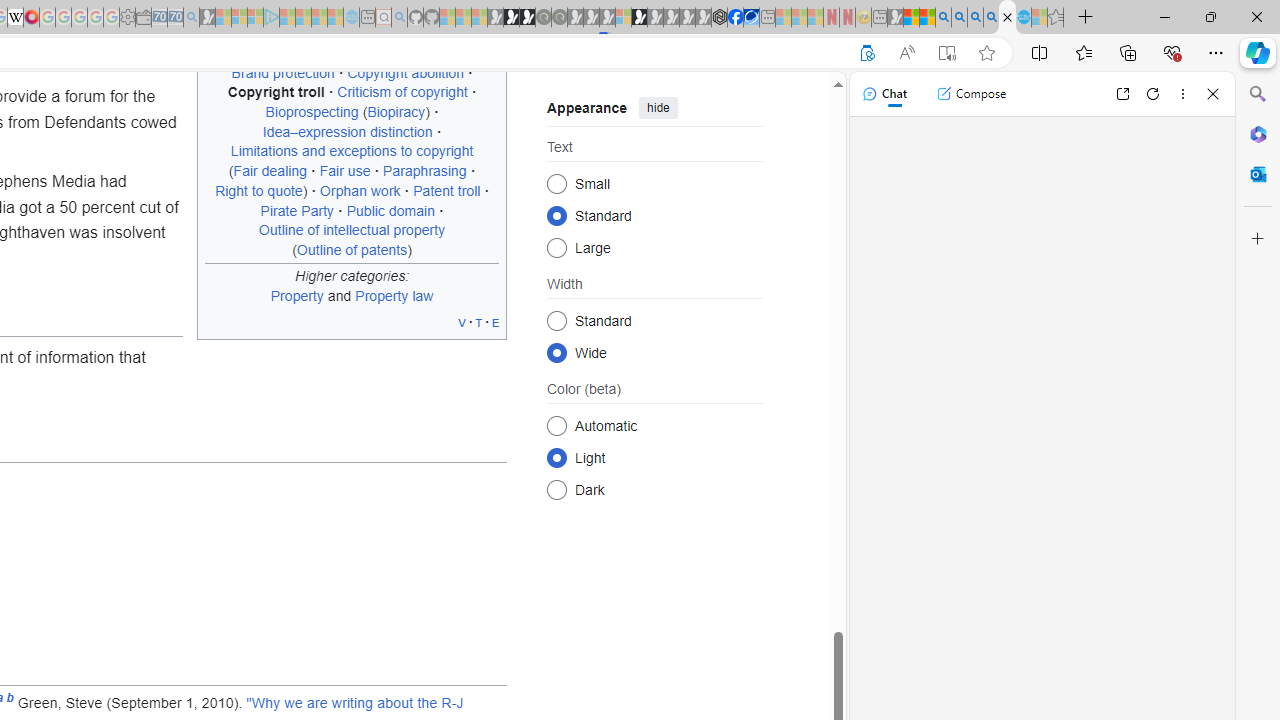 This screenshot has width=1280, height=720. I want to click on 'Light', so click(556, 457).